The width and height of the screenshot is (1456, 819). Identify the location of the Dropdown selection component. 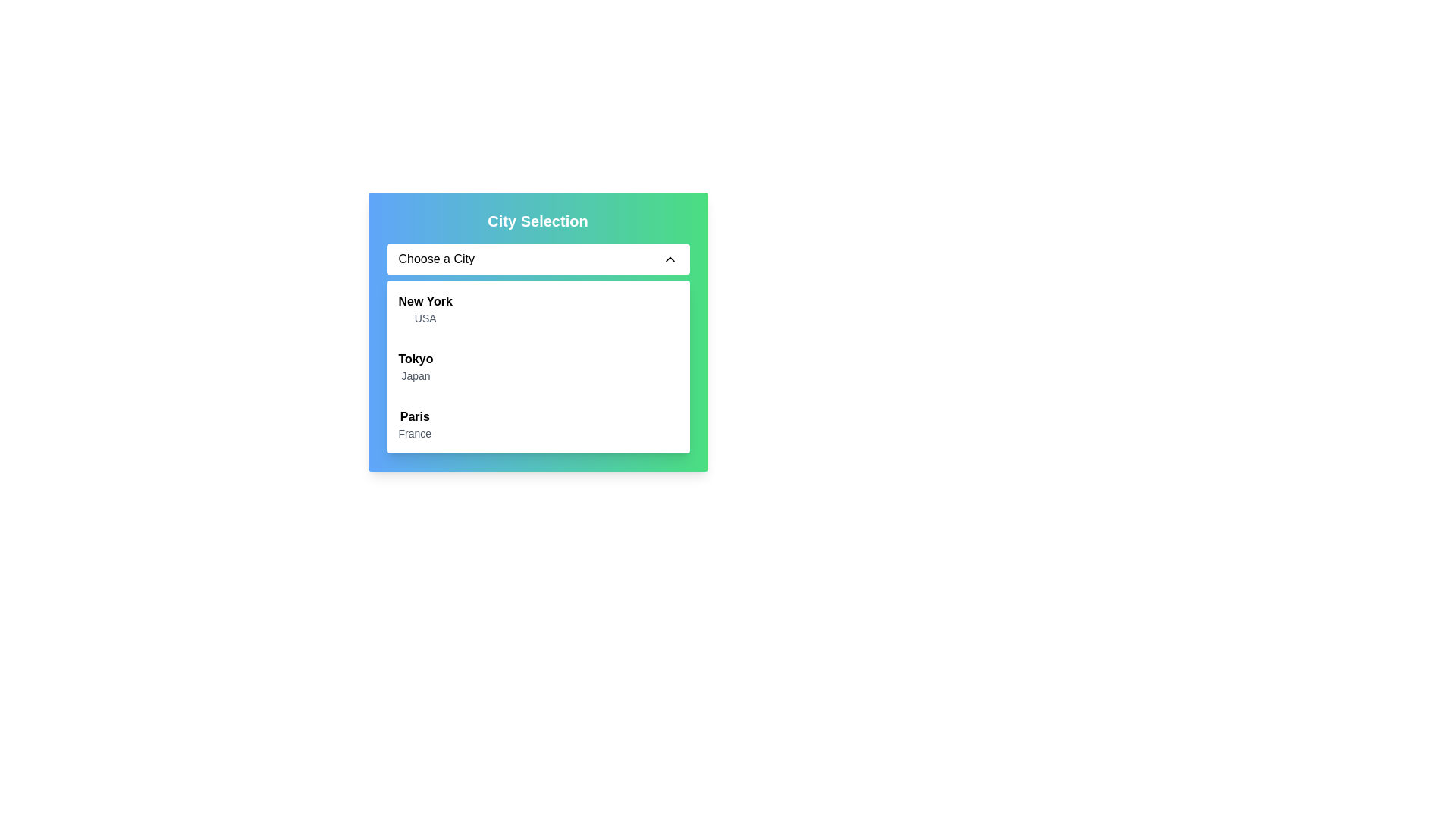
(538, 331).